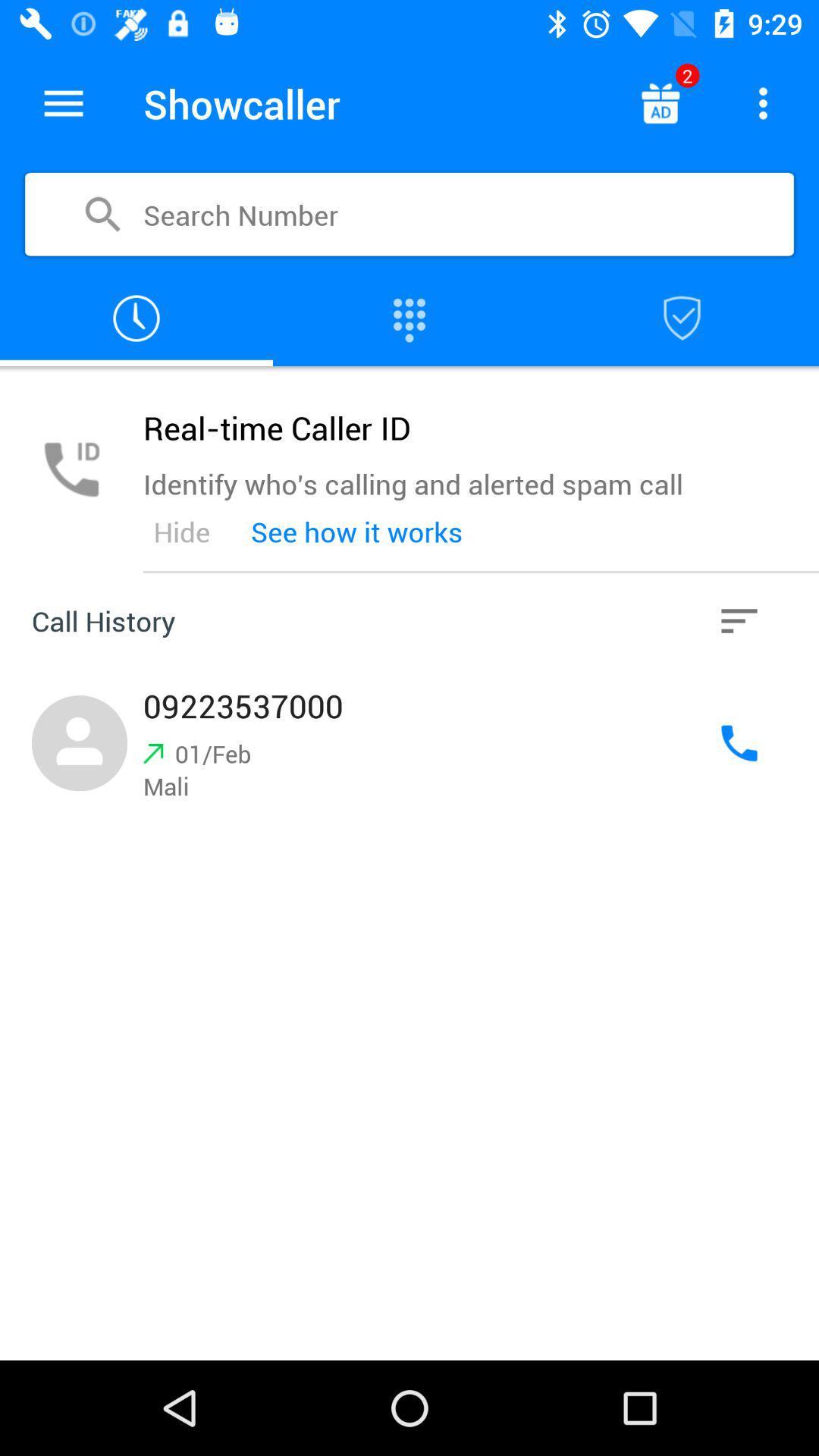 Image resolution: width=819 pixels, height=1456 pixels. I want to click on options menu, so click(63, 102).